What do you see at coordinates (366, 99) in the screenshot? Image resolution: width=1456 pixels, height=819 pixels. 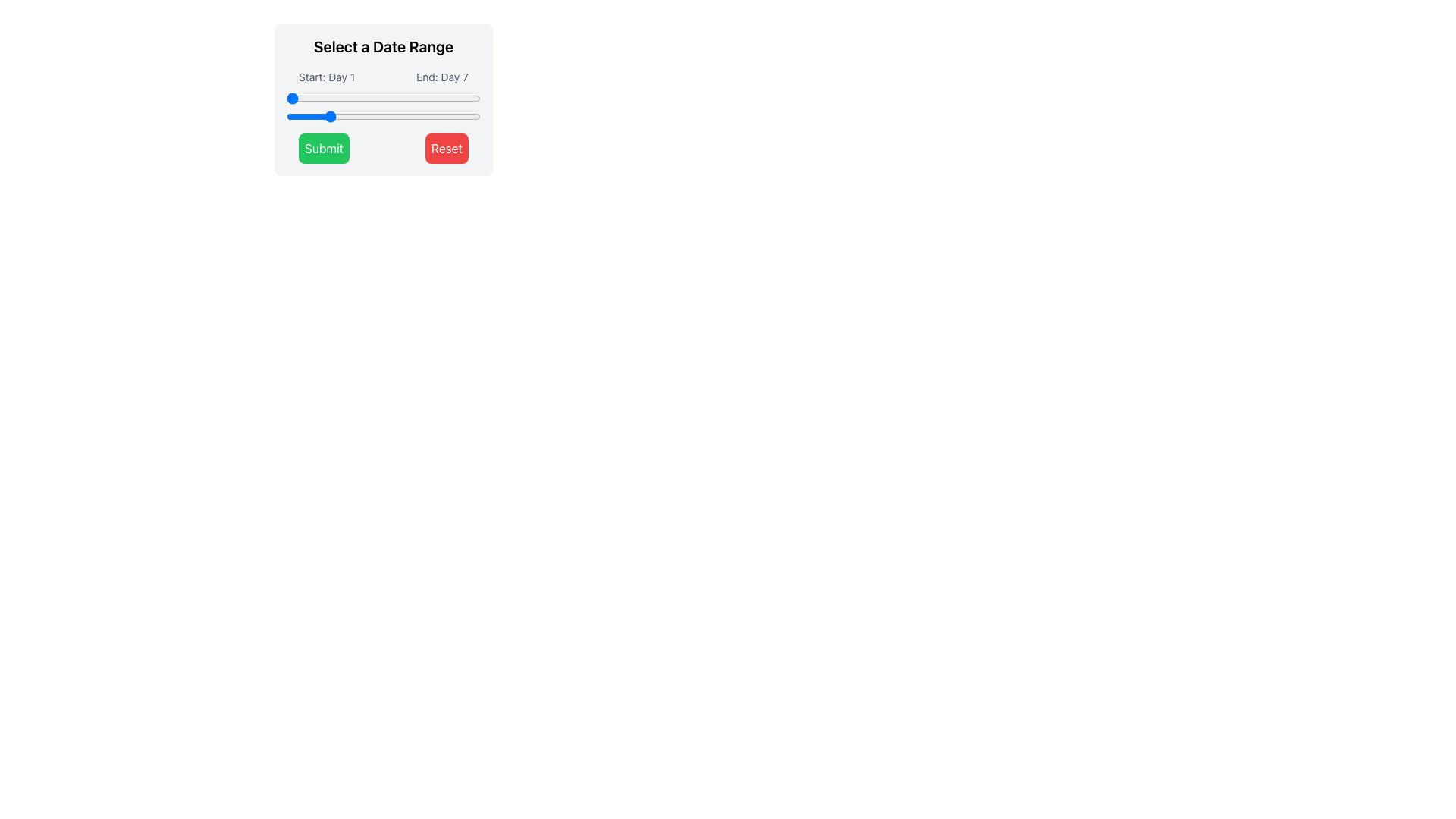 I see `the slider` at bounding box center [366, 99].